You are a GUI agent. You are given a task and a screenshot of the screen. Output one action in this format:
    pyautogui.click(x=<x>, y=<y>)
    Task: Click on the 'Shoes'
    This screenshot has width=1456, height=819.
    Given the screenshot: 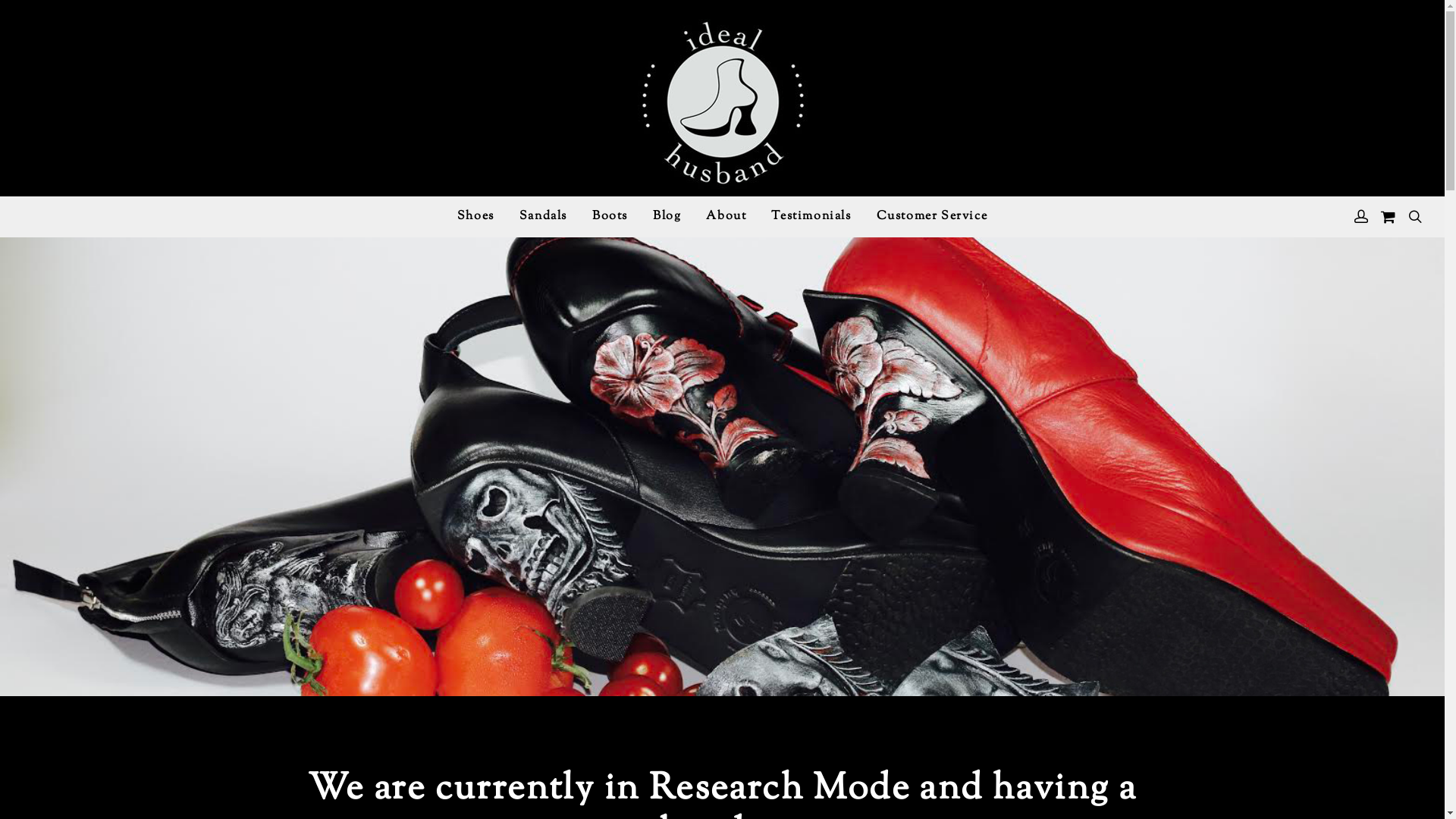 What is the action you would take?
    pyautogui.click(x=475, y=216)
    